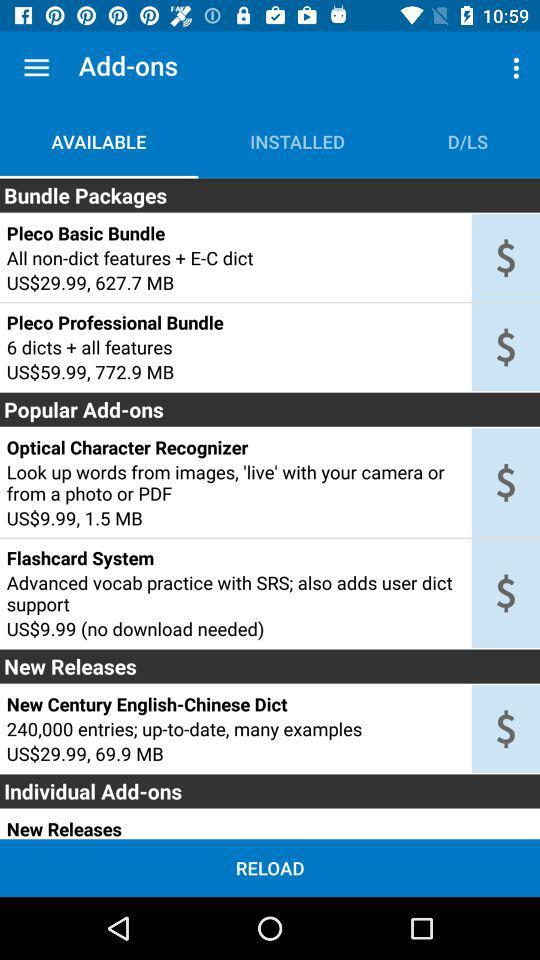  What do you see at coordinates (296, 140) in the screenshot?
I see `item next to d/ls item` at bounding box center [296, 140].